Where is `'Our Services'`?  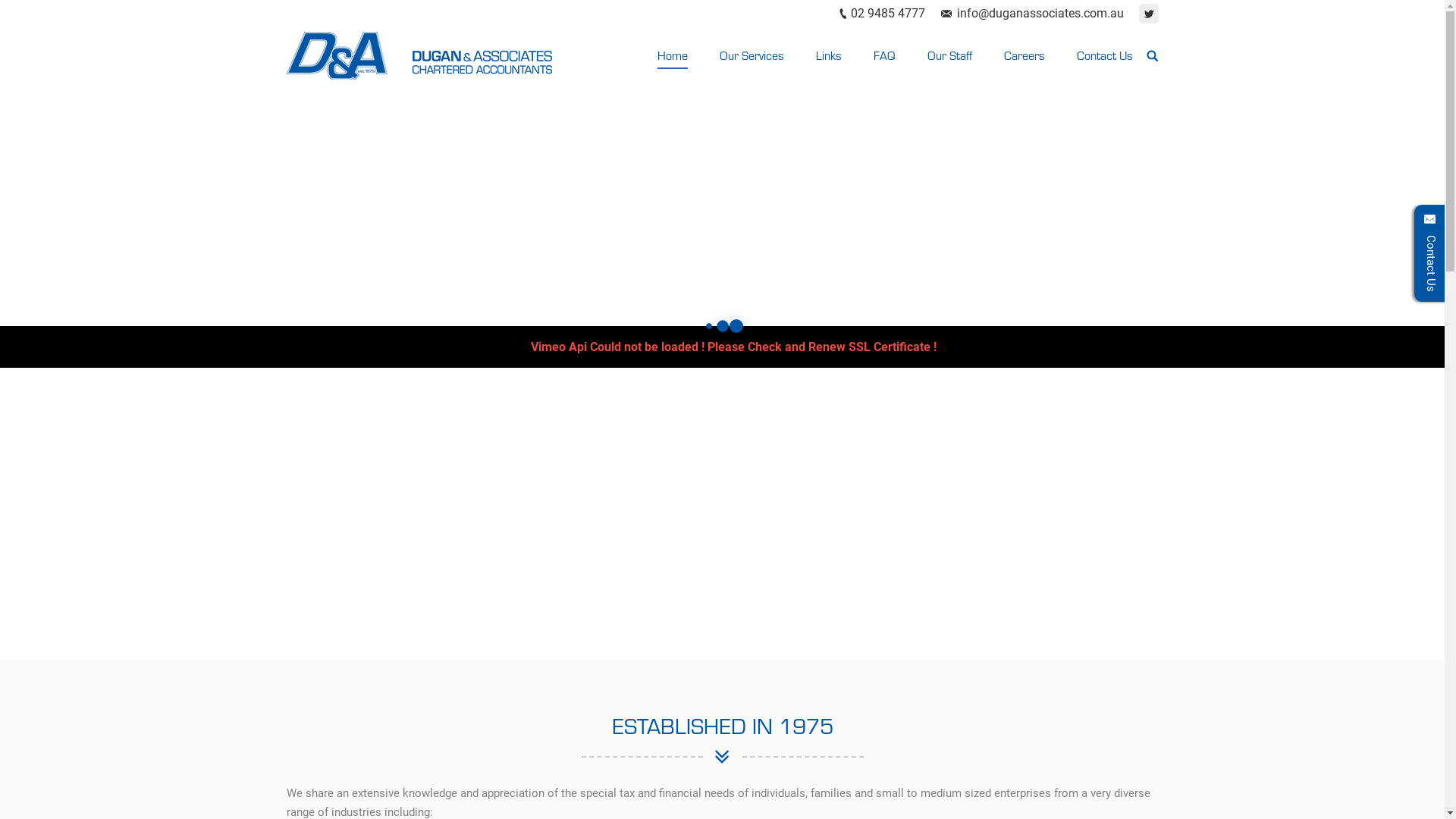
'Our Services' is located at coordinates (752, 55).